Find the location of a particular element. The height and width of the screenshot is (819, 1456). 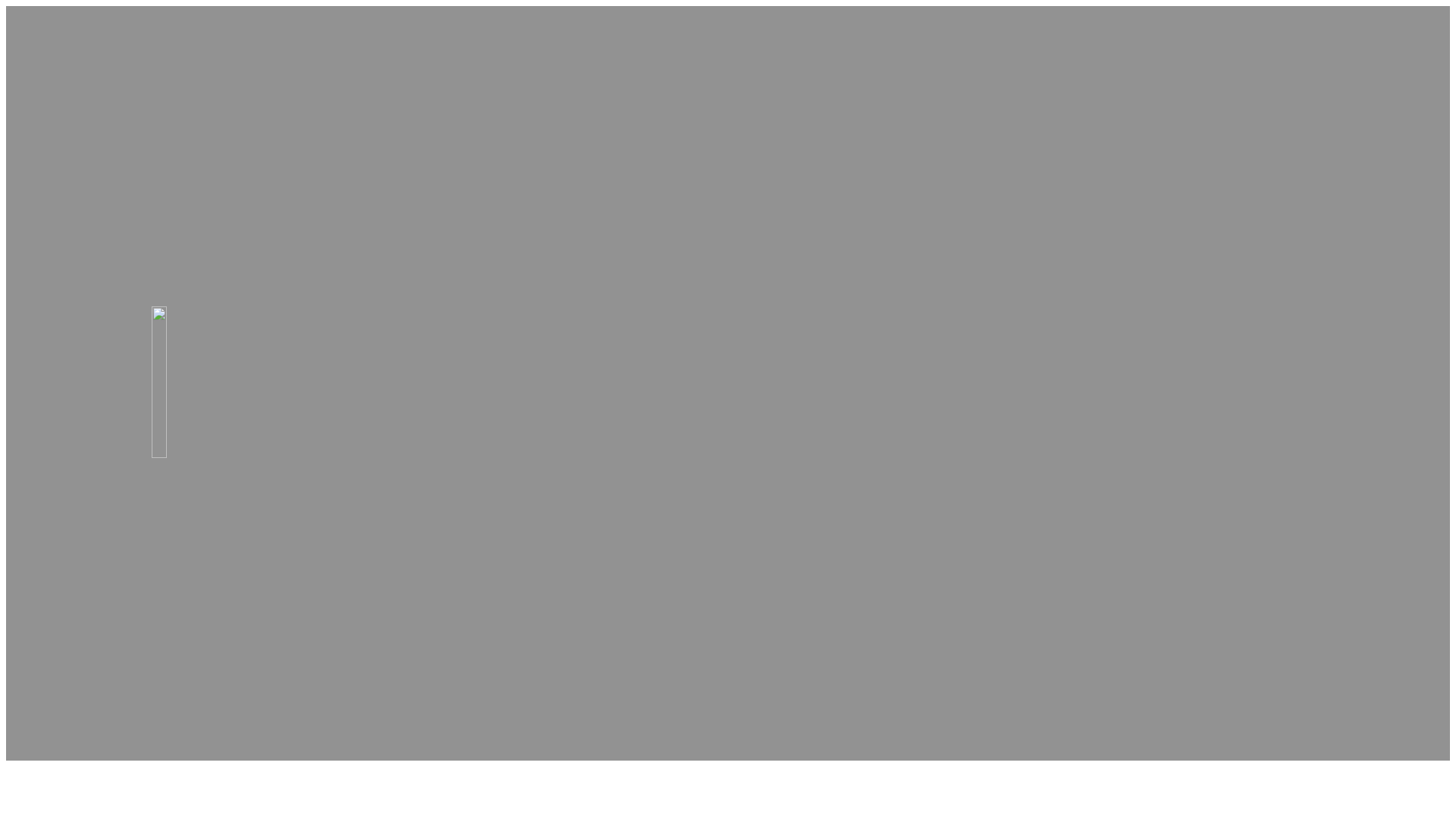

'Skip to main content' is located at coordinates (5, 5).